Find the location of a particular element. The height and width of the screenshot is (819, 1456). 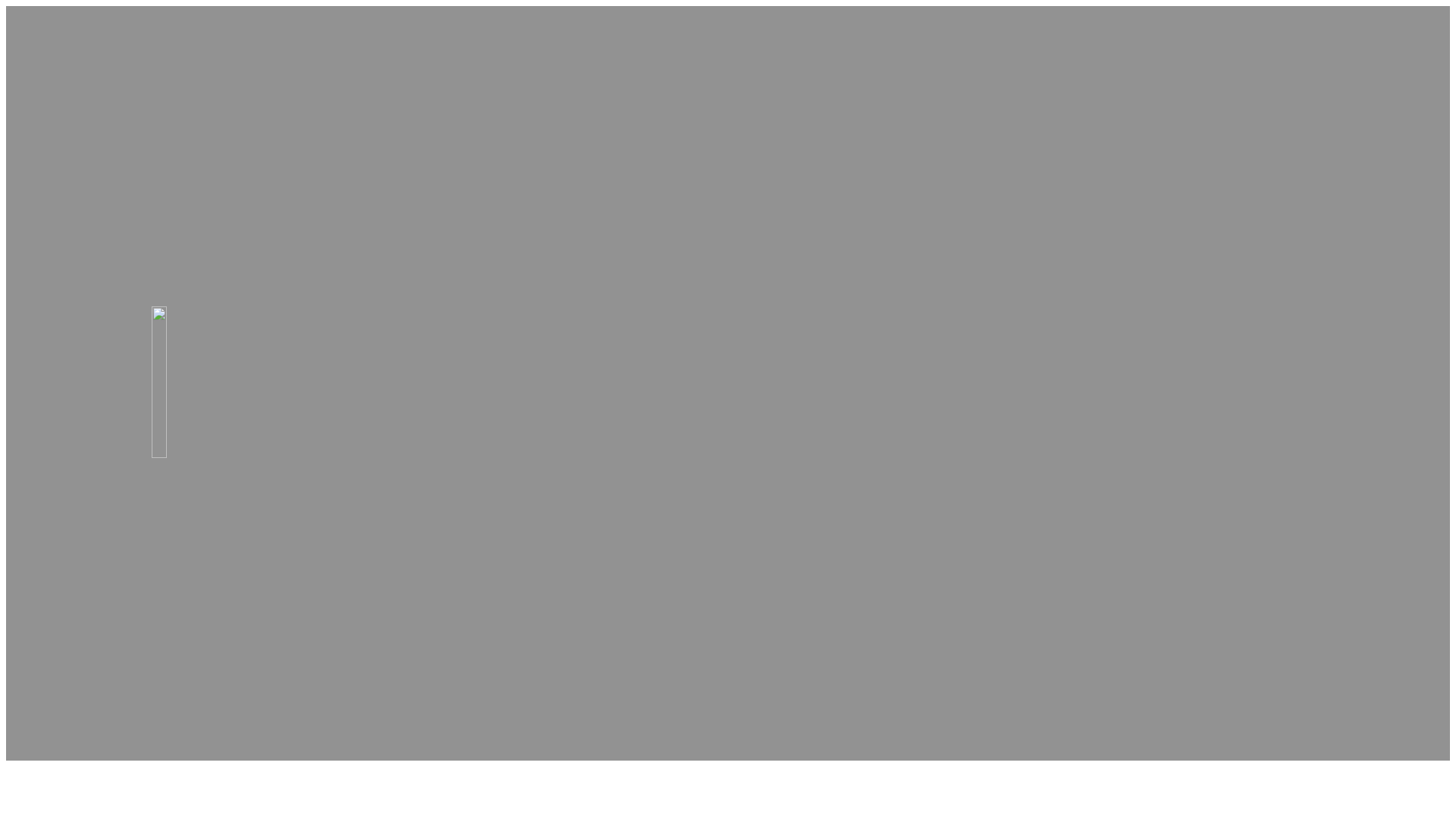

'Skip to main content' is located at coordinates (5, 5).